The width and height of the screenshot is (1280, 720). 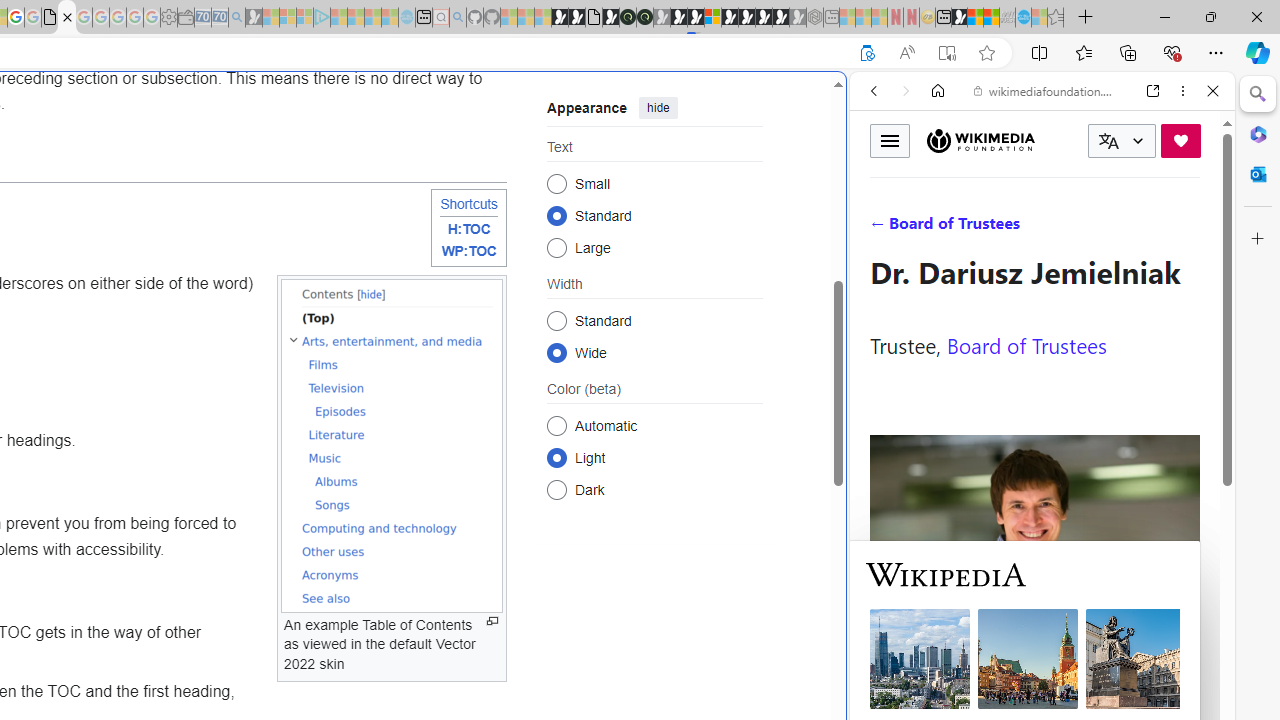 What do you see at coordinates (168, 17) in the screenshot?
I see `'Settings - Sleeping'` at bounding box center [168, 17].